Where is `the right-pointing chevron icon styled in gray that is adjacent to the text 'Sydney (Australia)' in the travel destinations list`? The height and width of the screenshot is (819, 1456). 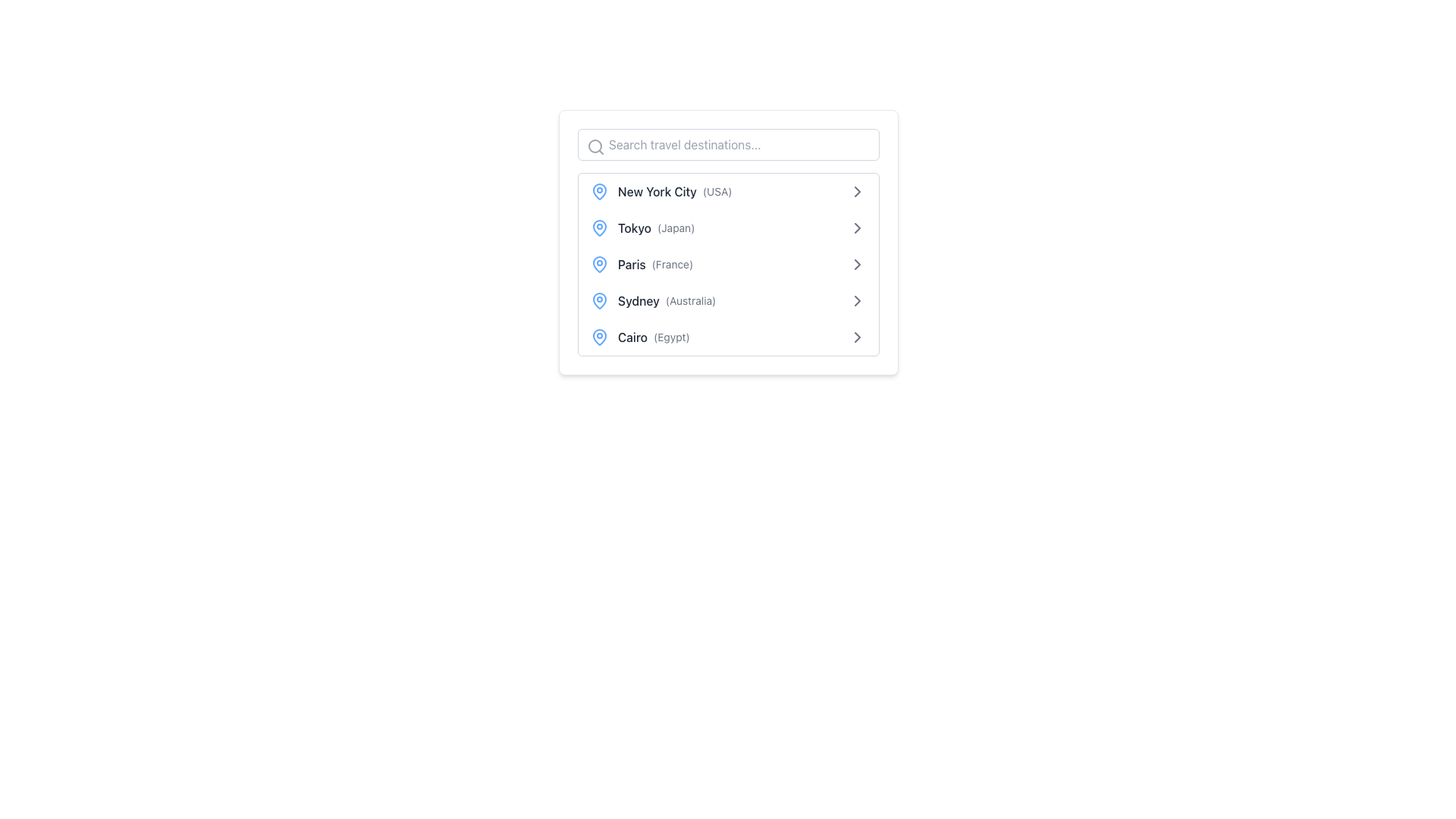
the right-pointing chevron icon styled in gray that is adjacent to the text 'Sydney (Australia)' in the travel destinations list is located at coordinates (858, 301).